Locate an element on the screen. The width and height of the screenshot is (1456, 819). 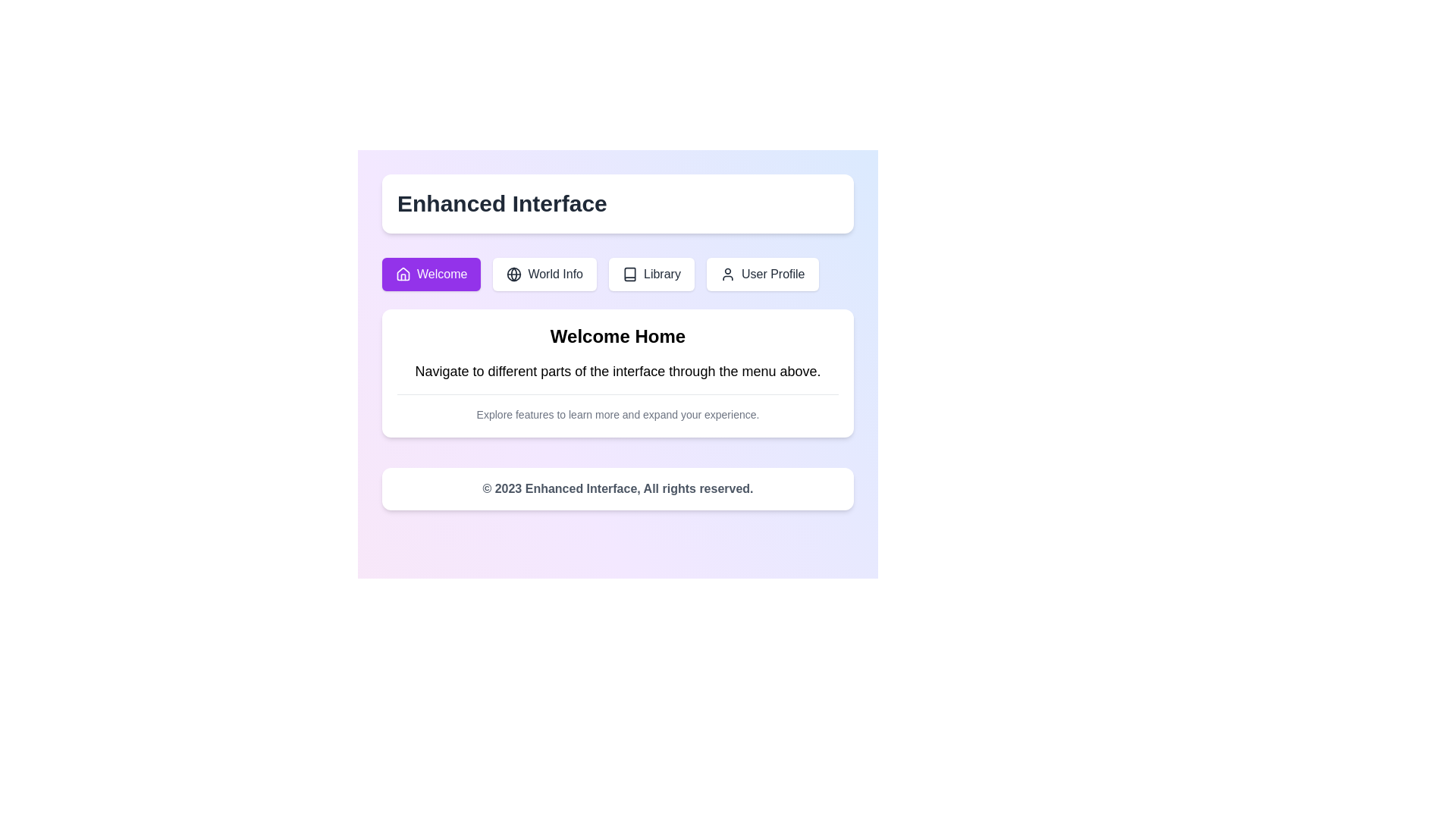
the stylized book icon located in the top navigation bar, which is the third option from the left is located at coordinates (629, 274).